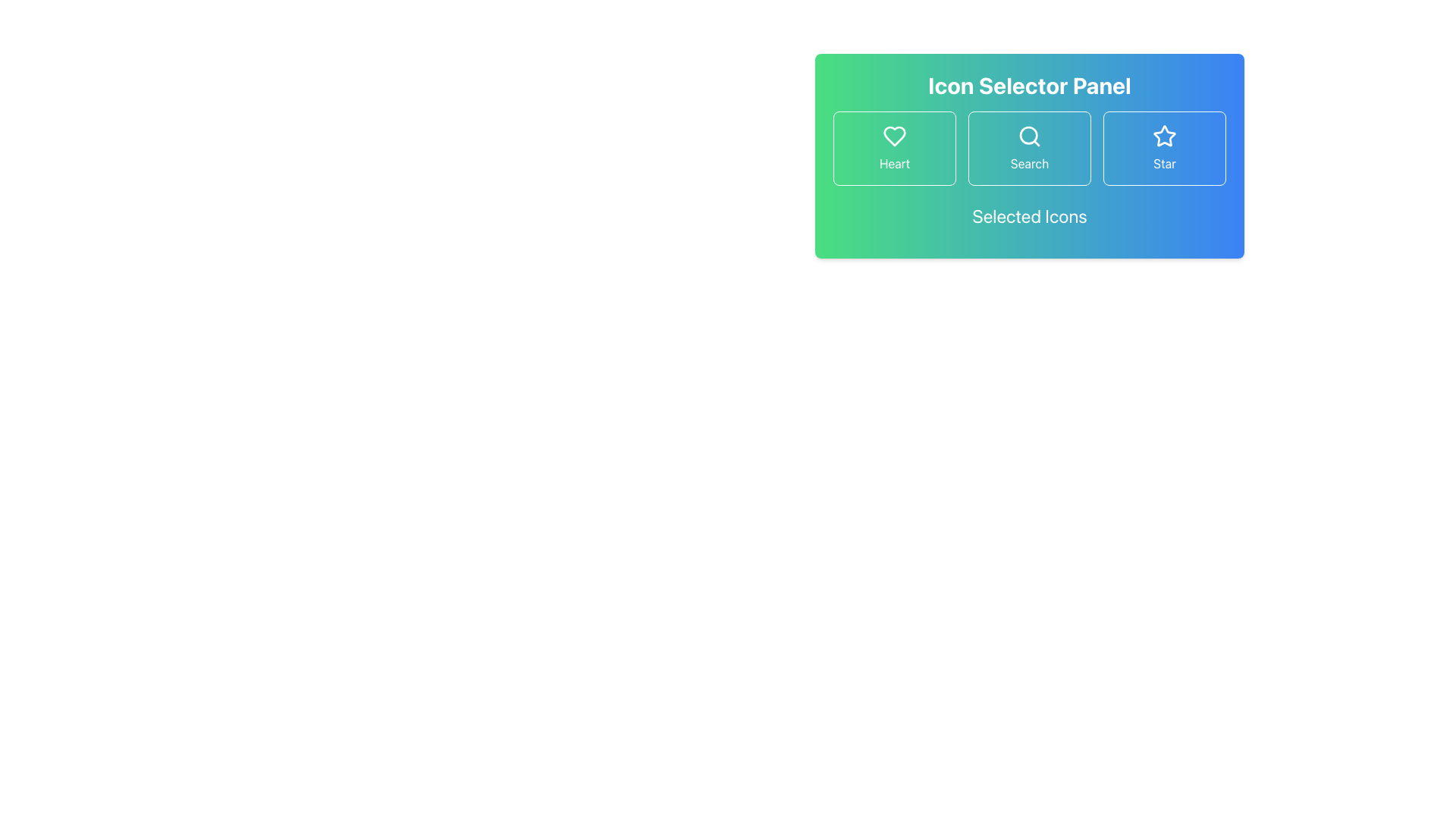 The height and width of the screenshot is (819, 1456). Describe the element at coordinates (1030, 155) in the screenshot. I see `an icon in the Interactive panel, which serves as a selector interface for choosing icons, to make a selection` at that location.